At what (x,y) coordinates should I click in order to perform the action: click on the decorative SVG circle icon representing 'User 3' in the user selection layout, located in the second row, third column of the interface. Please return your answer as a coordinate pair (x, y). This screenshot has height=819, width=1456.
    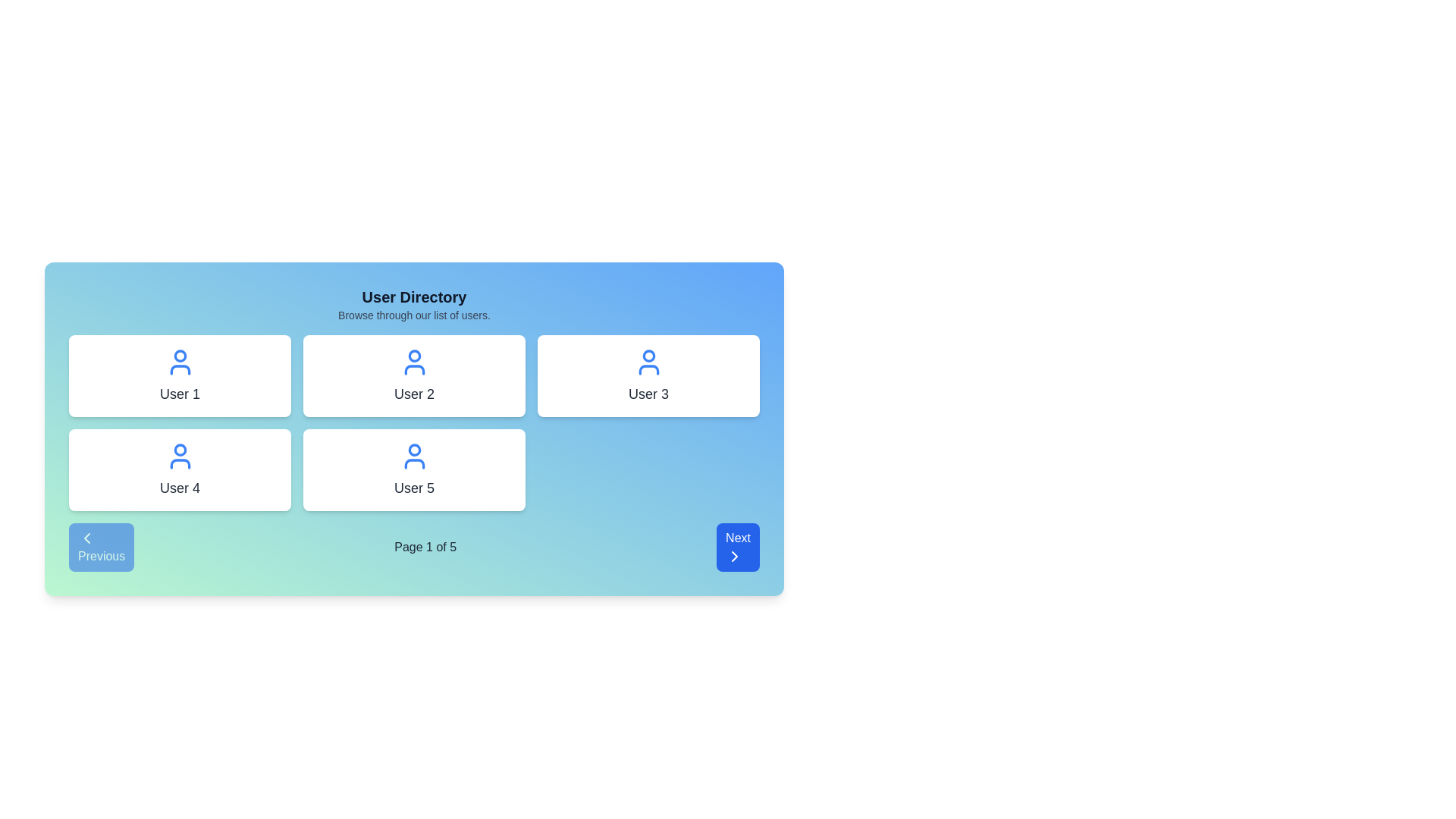
    Looking at the image, I should click on (648, 356).